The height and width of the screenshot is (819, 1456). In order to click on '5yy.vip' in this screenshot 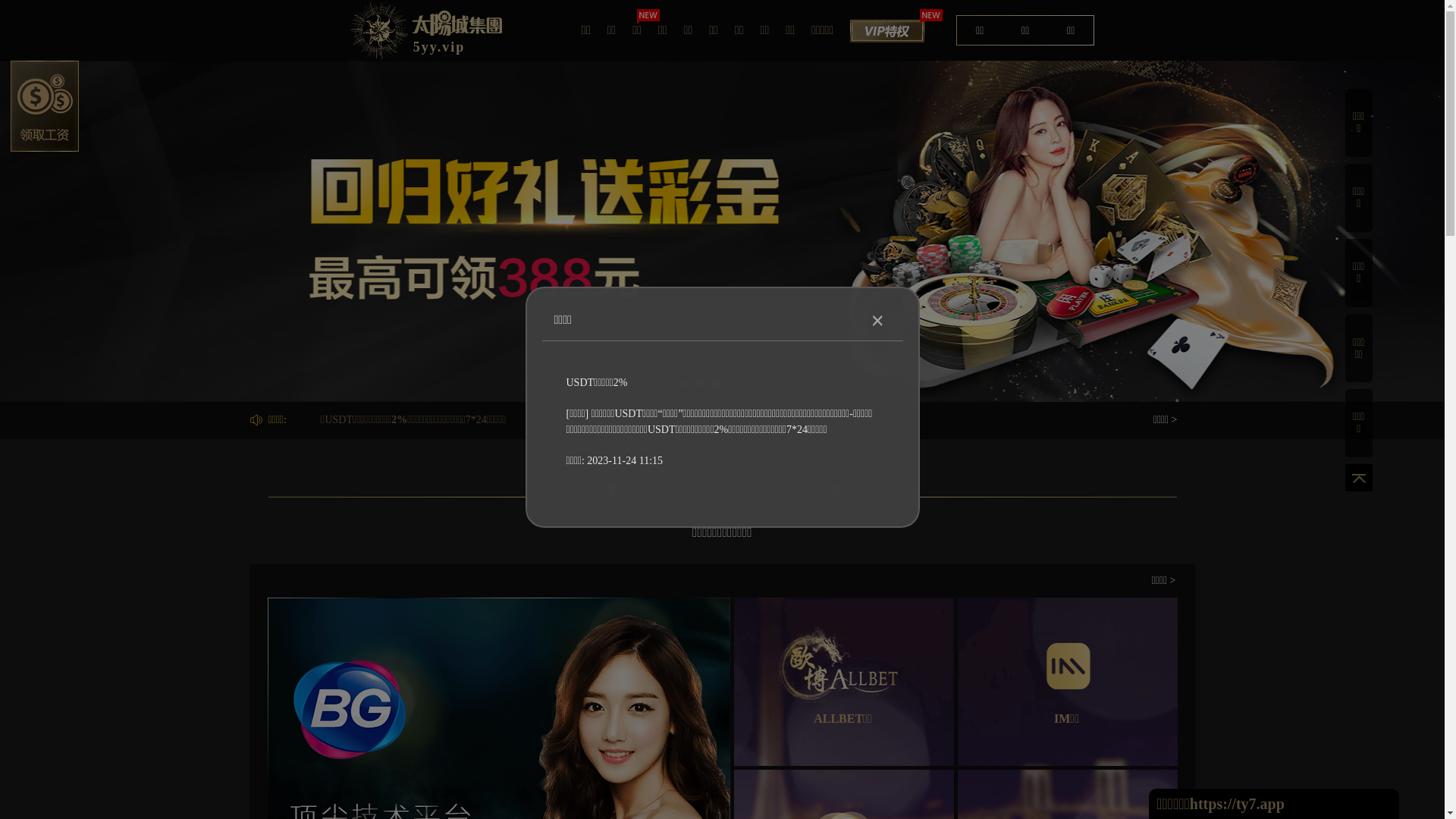, I will do `click(425, 30)`.